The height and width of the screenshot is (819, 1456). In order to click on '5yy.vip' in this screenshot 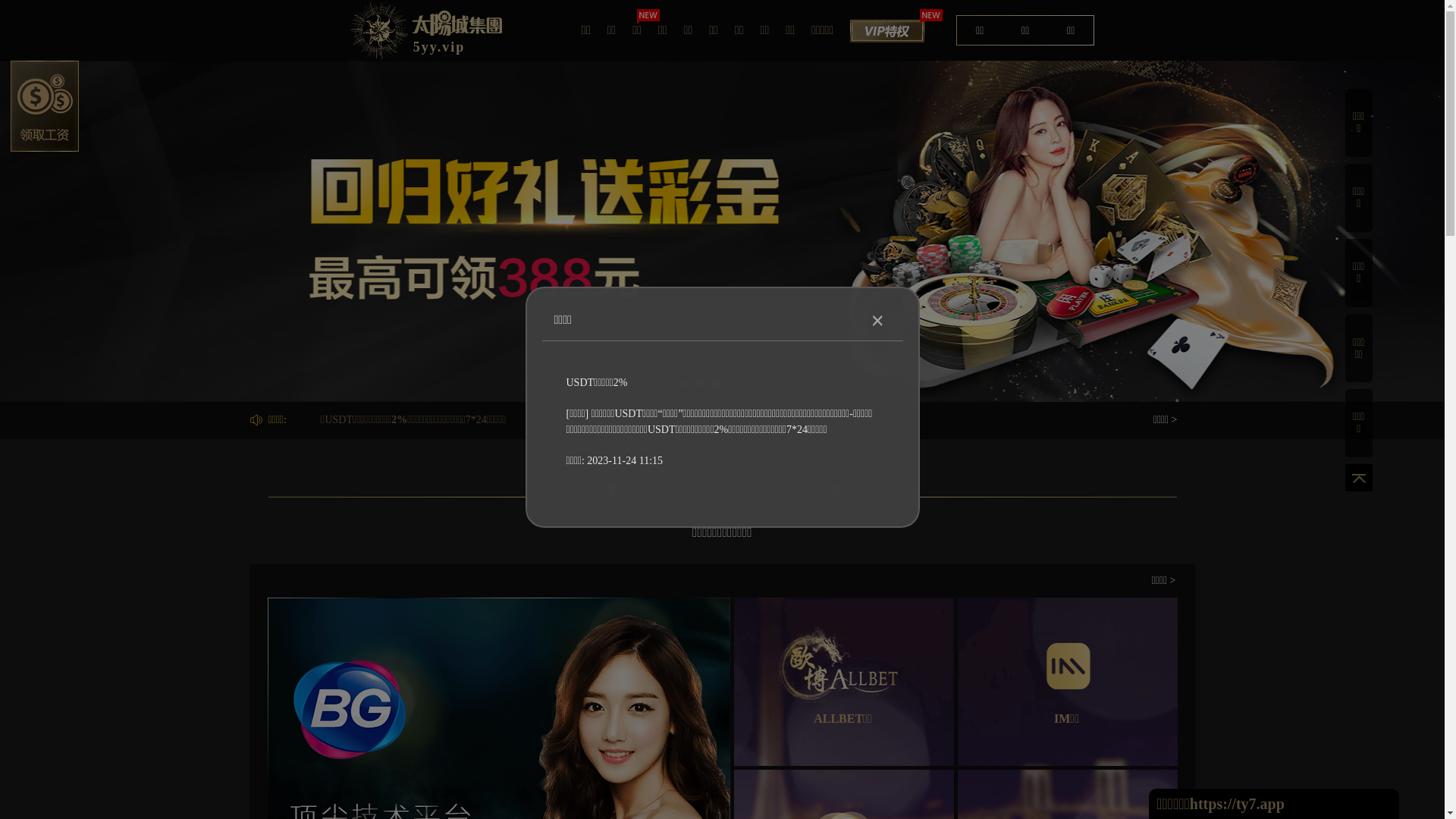, I will do `click(425, 30)`.